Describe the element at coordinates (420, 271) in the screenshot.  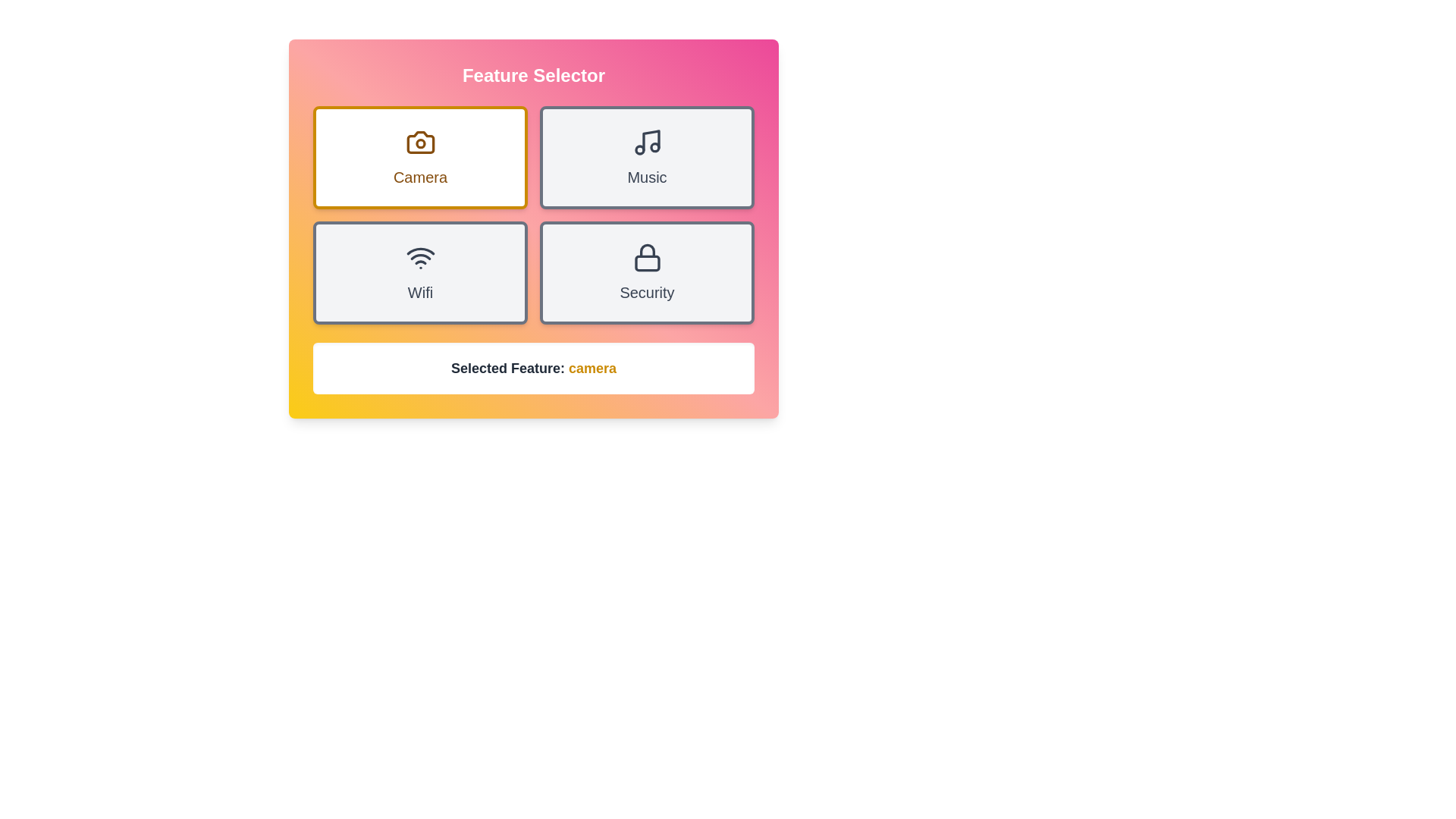
I see `the WiFi button, which has a light gray background and dark gray border, to observe any visual effects` at that location.